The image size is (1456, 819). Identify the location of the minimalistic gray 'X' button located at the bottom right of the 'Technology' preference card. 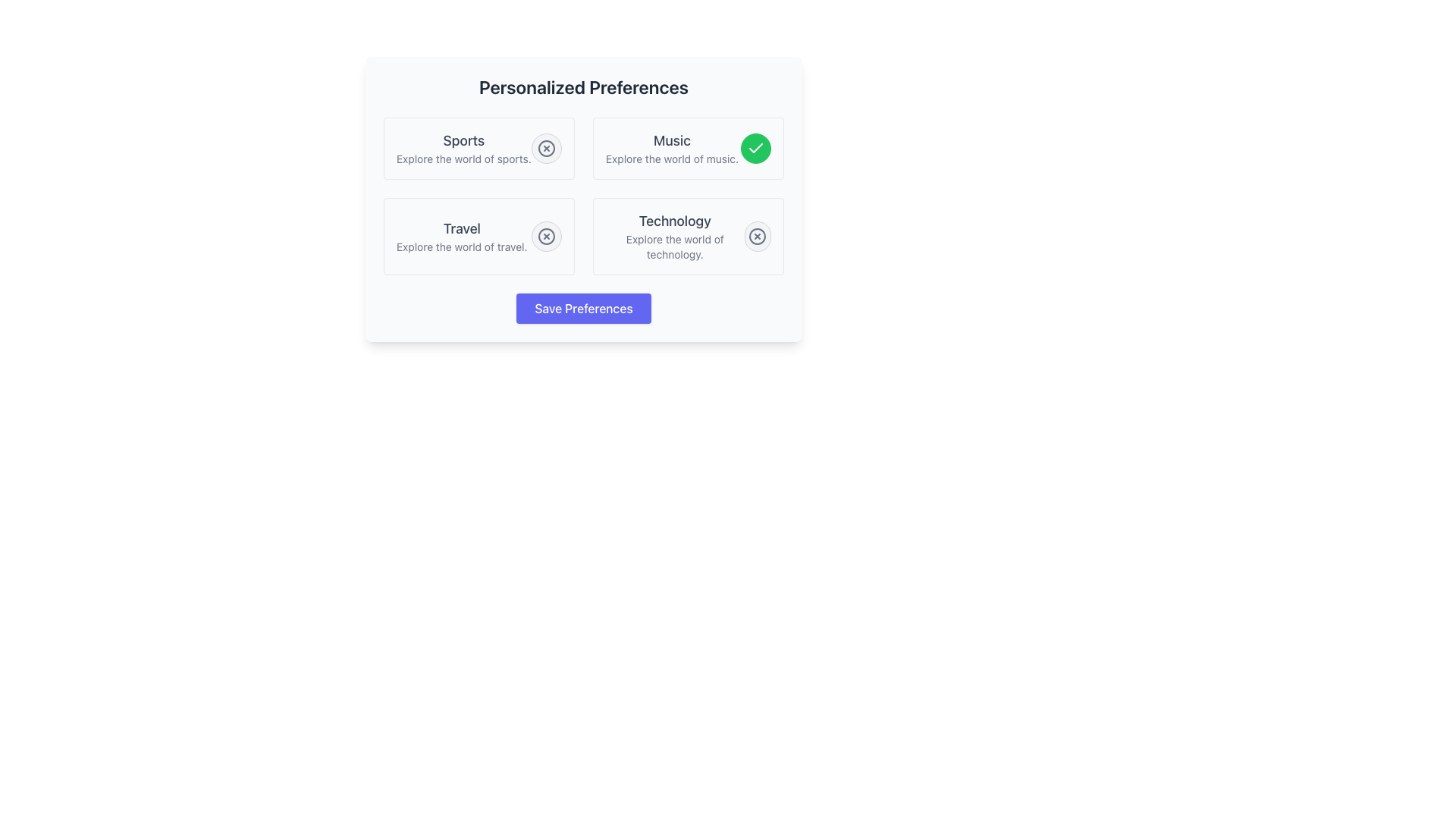
(758, 237).